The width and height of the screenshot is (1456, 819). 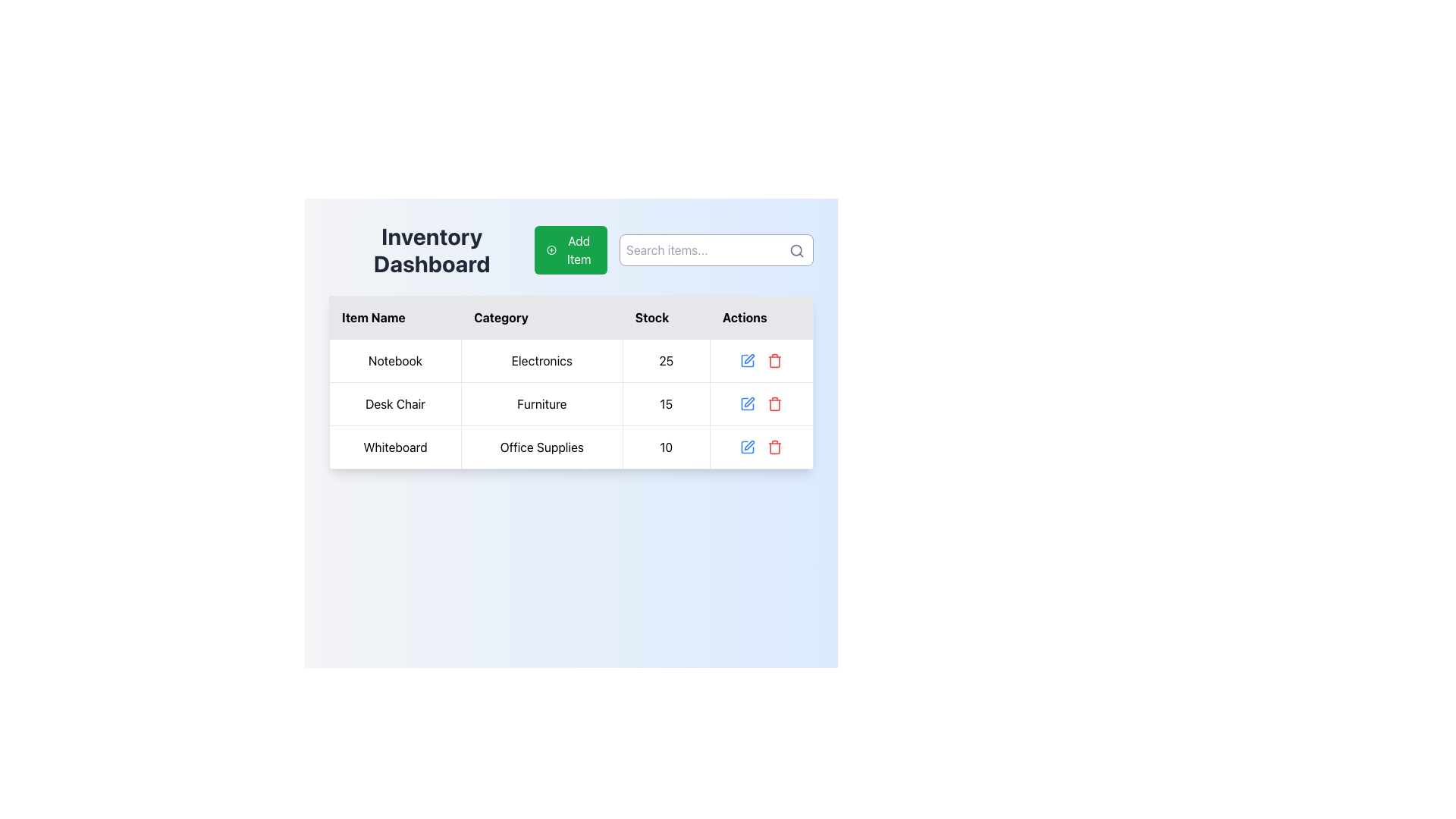 What do you see at coordinates (748, 360) in the screenshot?
I see `the blue SVG icon with rounded corners in the 'Actions' column of the third row corresponding to the 'Whiteboard' item` at bounding box center [748, 360].